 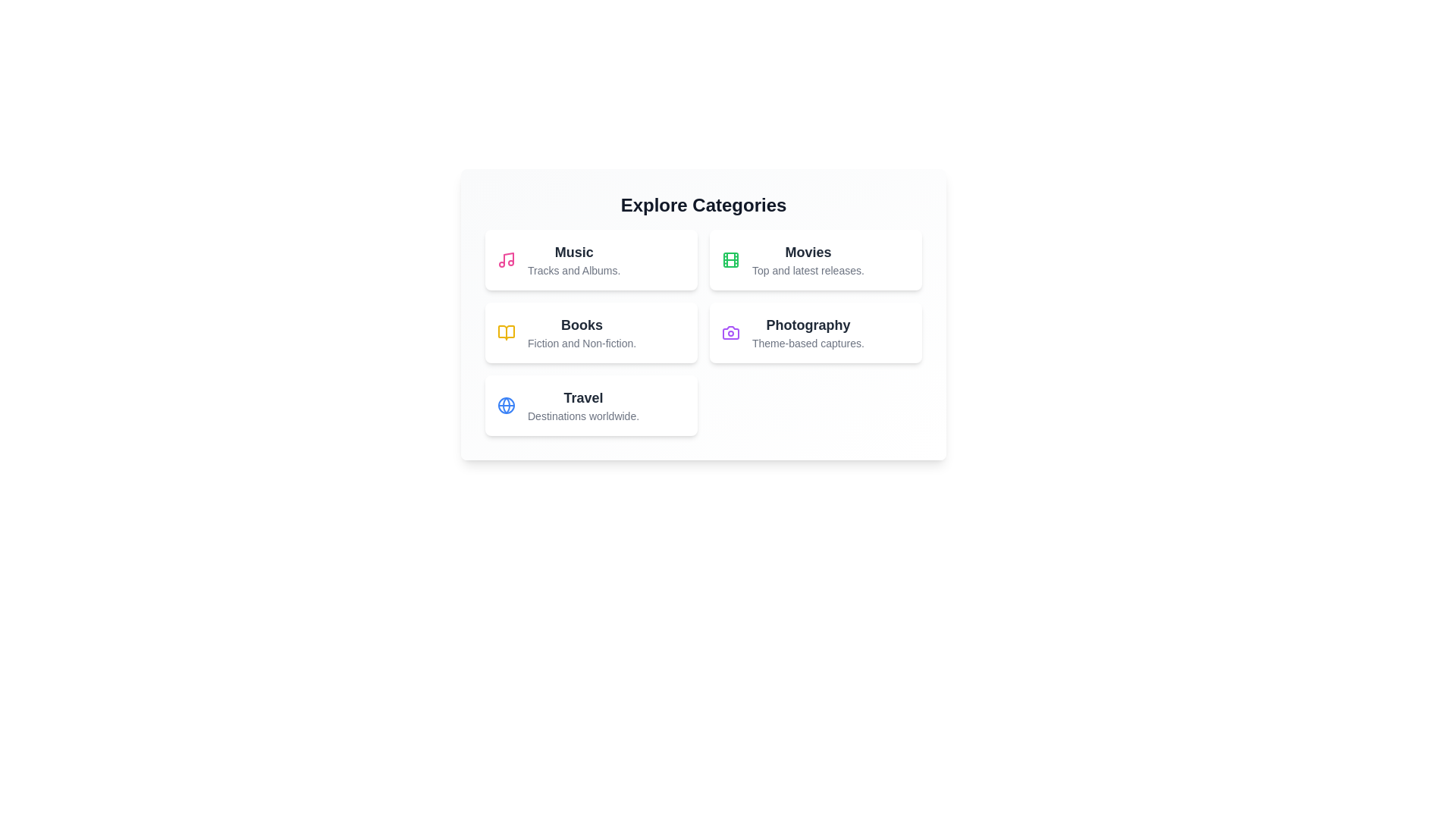 What do you see at coordinates (814, 332) in the screenshot?
I see `the category card corresponding to Photography` at bounding box center [814, 332].